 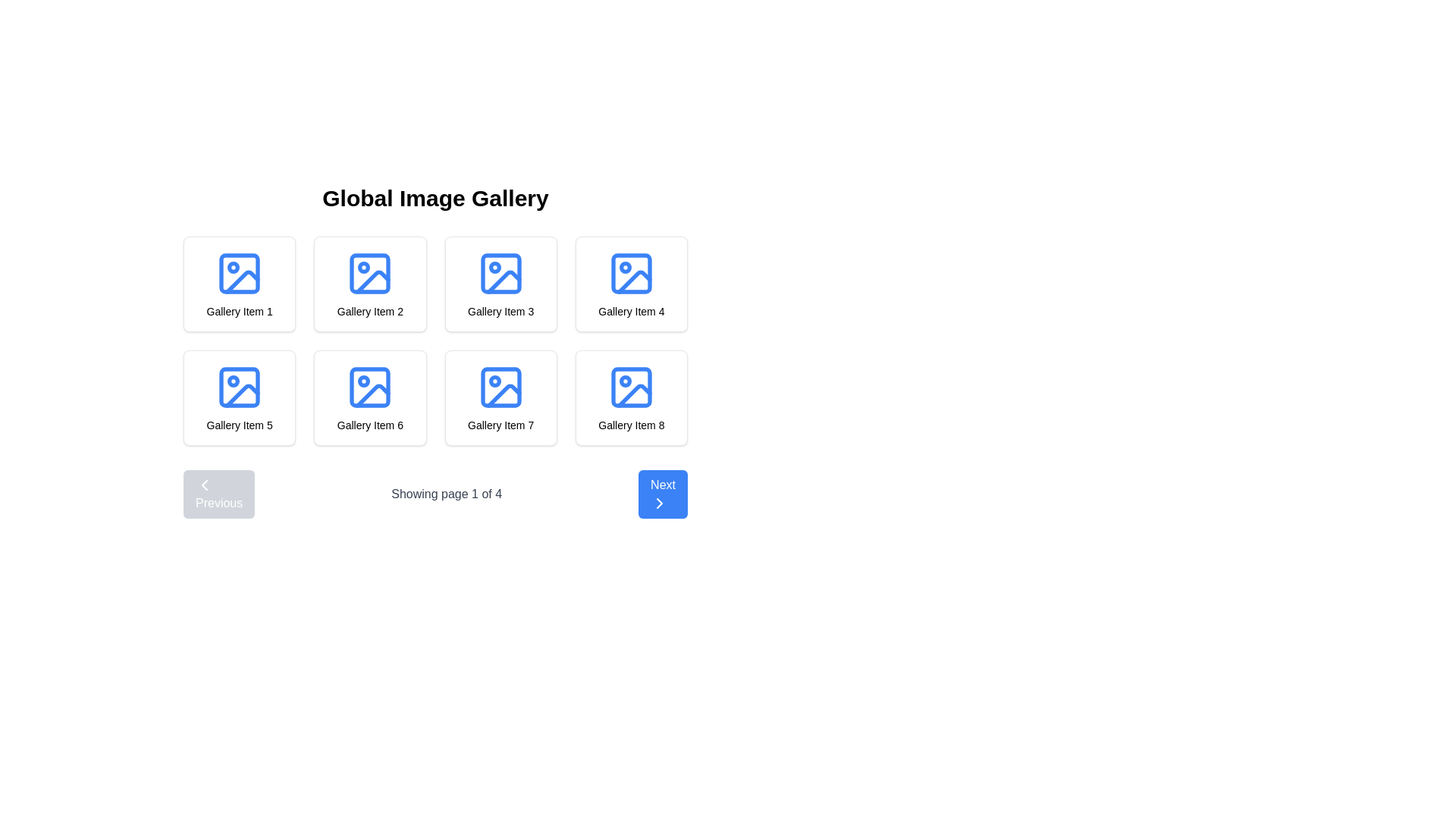 I want to click on the first Gallery item card in the top-left corner of the grid, so click(x=239, y=284).